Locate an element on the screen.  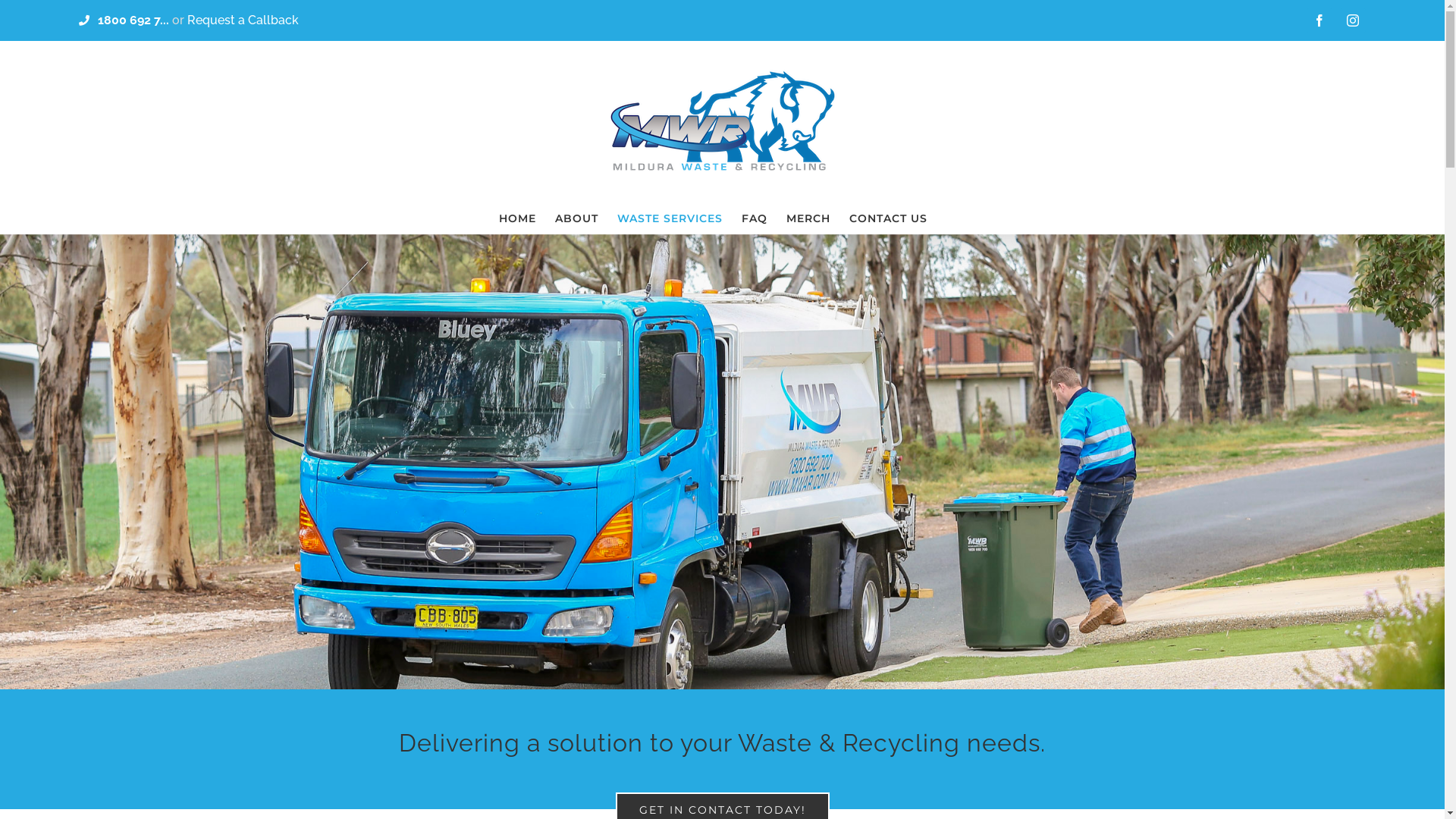
'Instagram' is located at coordinates (1353, 20).